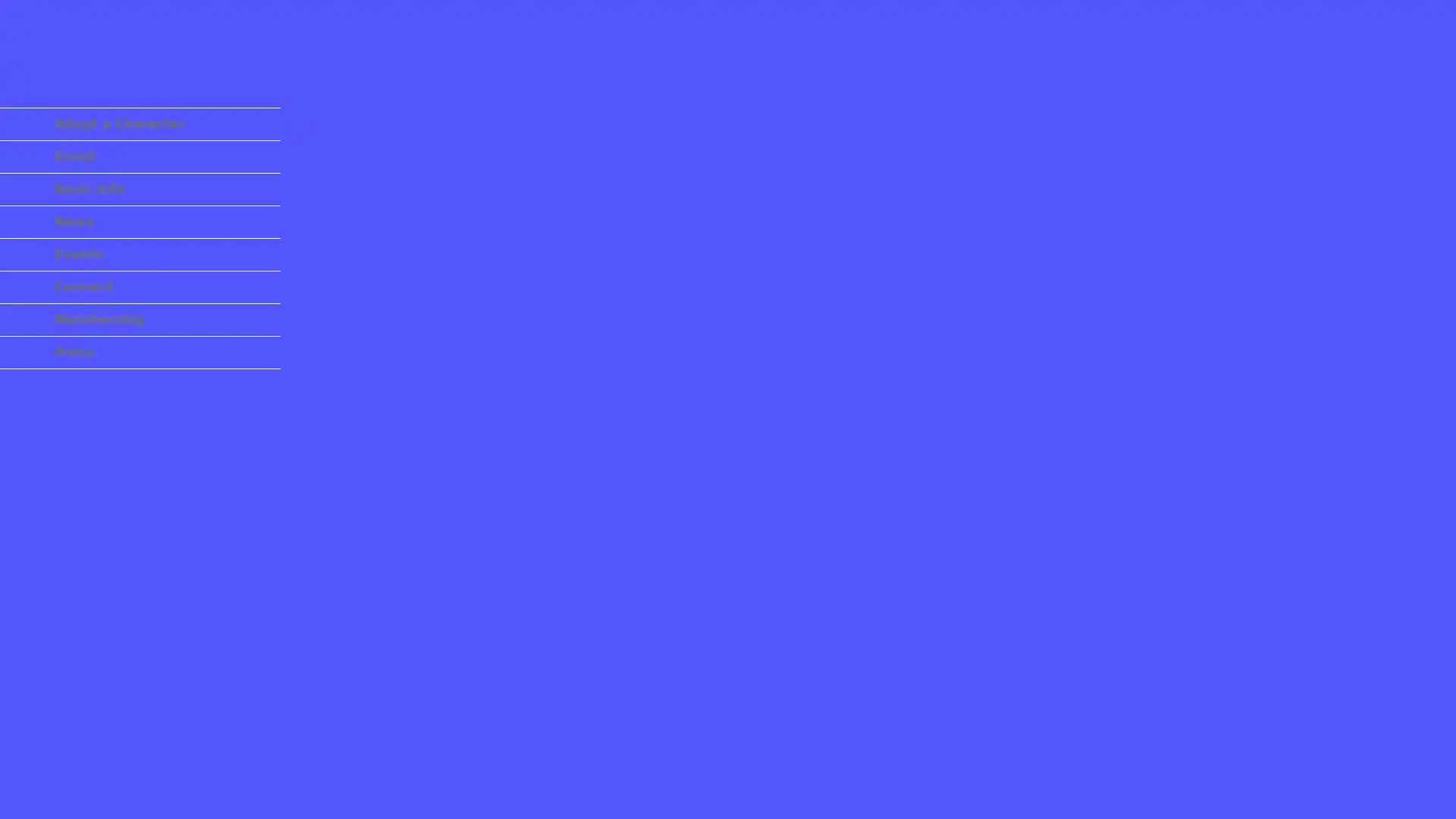  I want to click on 3 U+FF13, so click(1164, 650).